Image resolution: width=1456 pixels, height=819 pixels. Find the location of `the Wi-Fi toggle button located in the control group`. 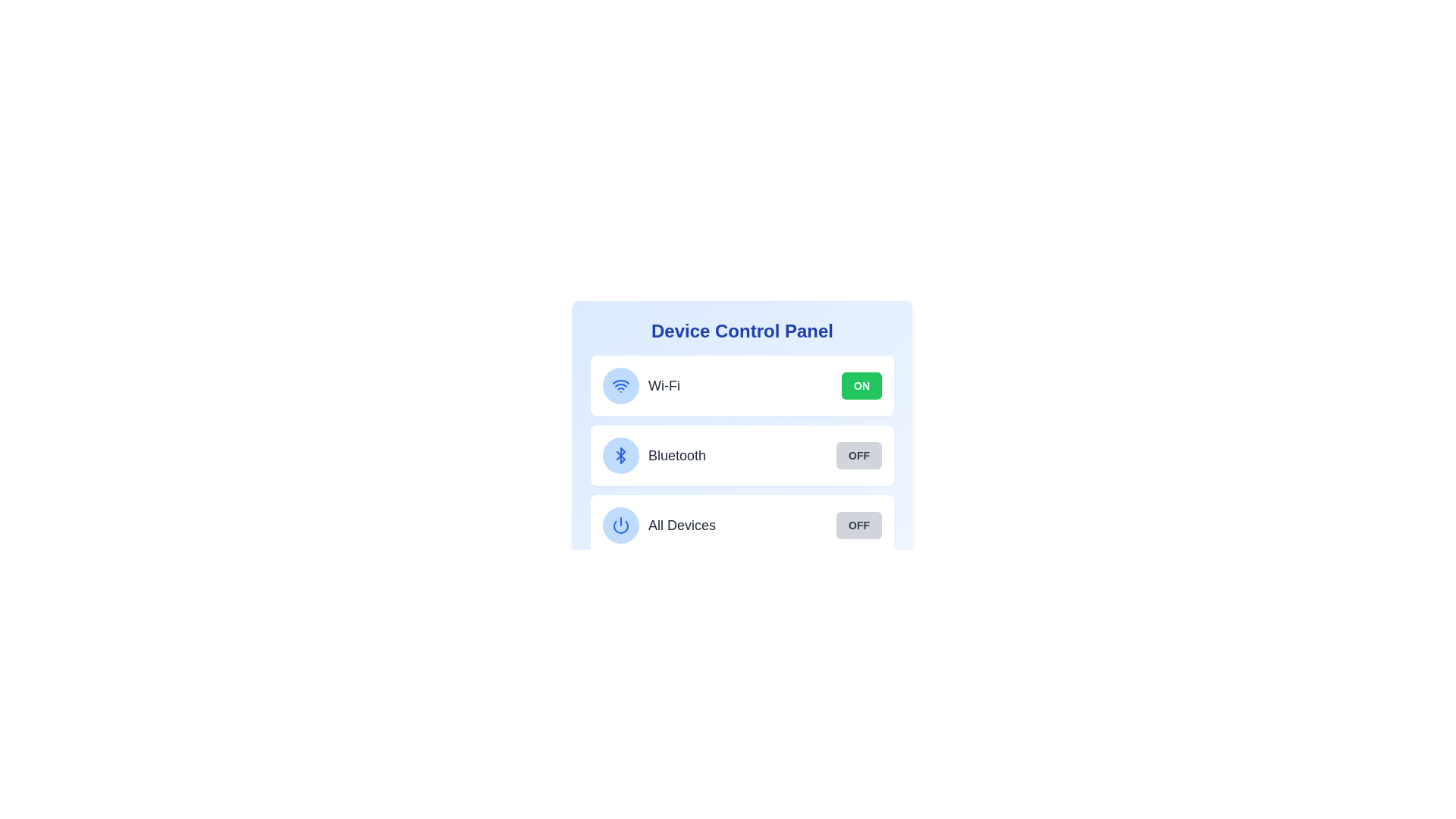

the Wi-Fi toggle button located in the control group is located at coordinates (861, 385).